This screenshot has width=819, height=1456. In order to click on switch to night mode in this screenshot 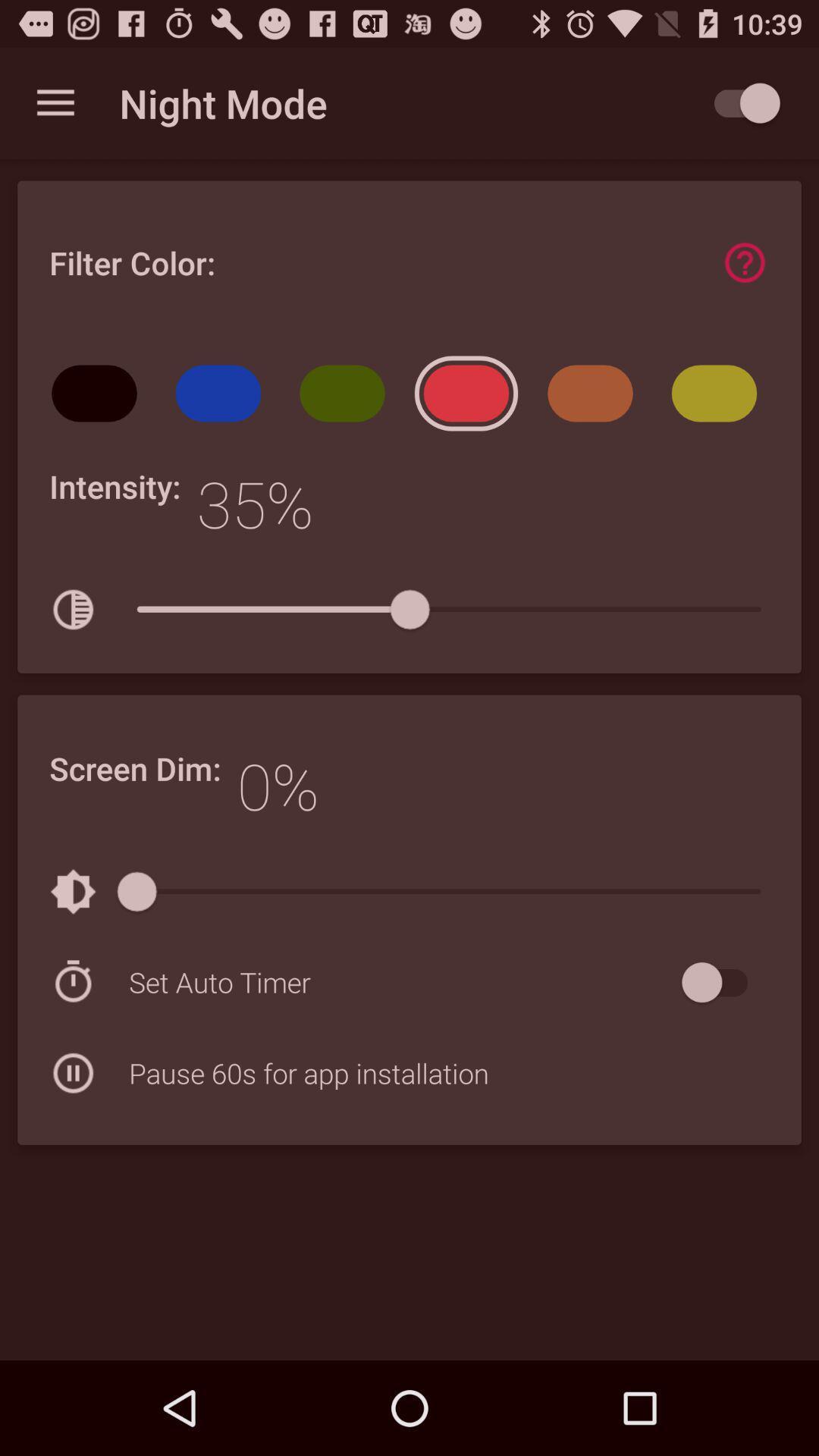, I will do `click(739, 102)`.